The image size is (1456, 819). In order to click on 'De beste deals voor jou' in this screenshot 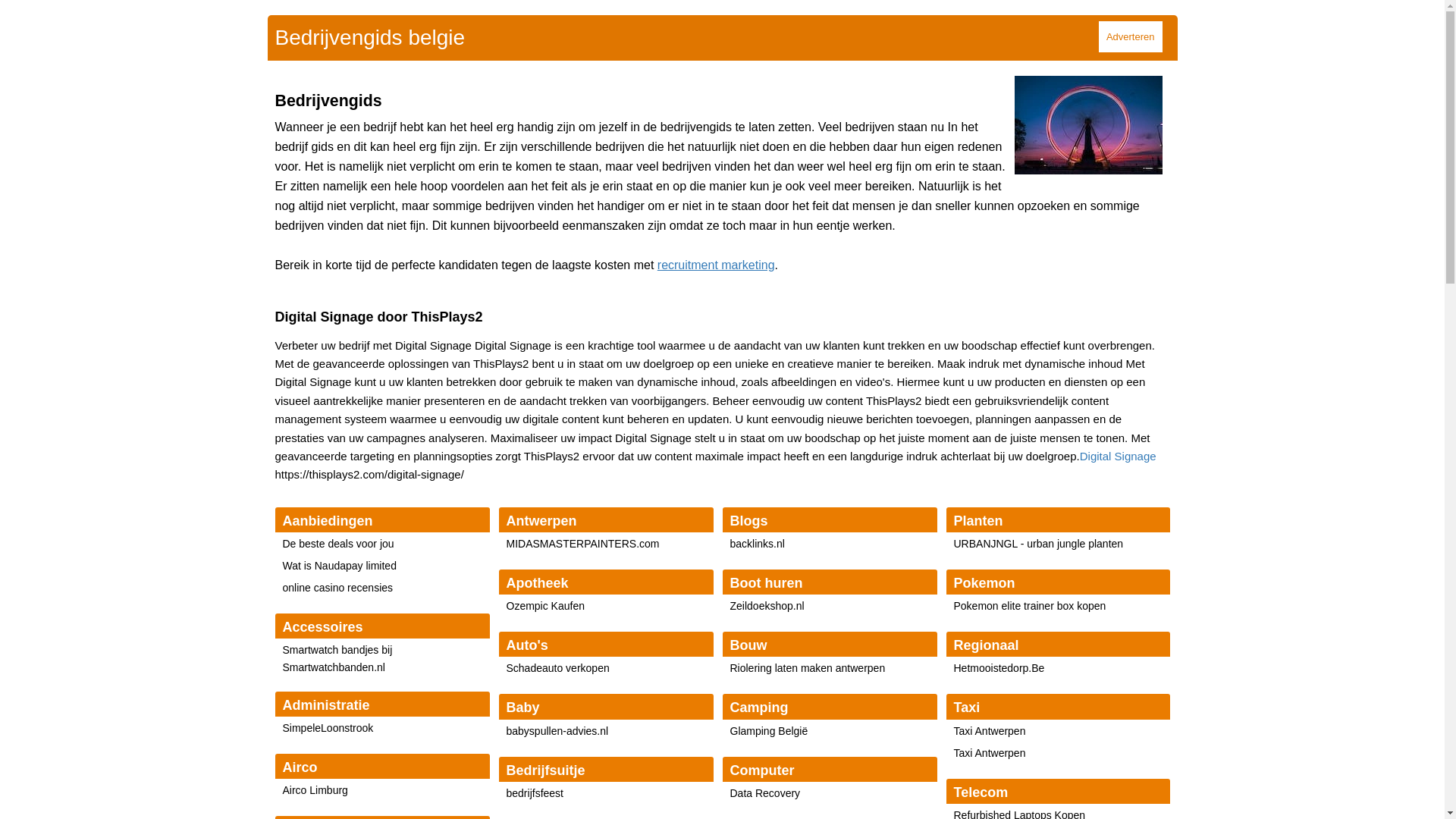, I will do `click(337, 543)`.